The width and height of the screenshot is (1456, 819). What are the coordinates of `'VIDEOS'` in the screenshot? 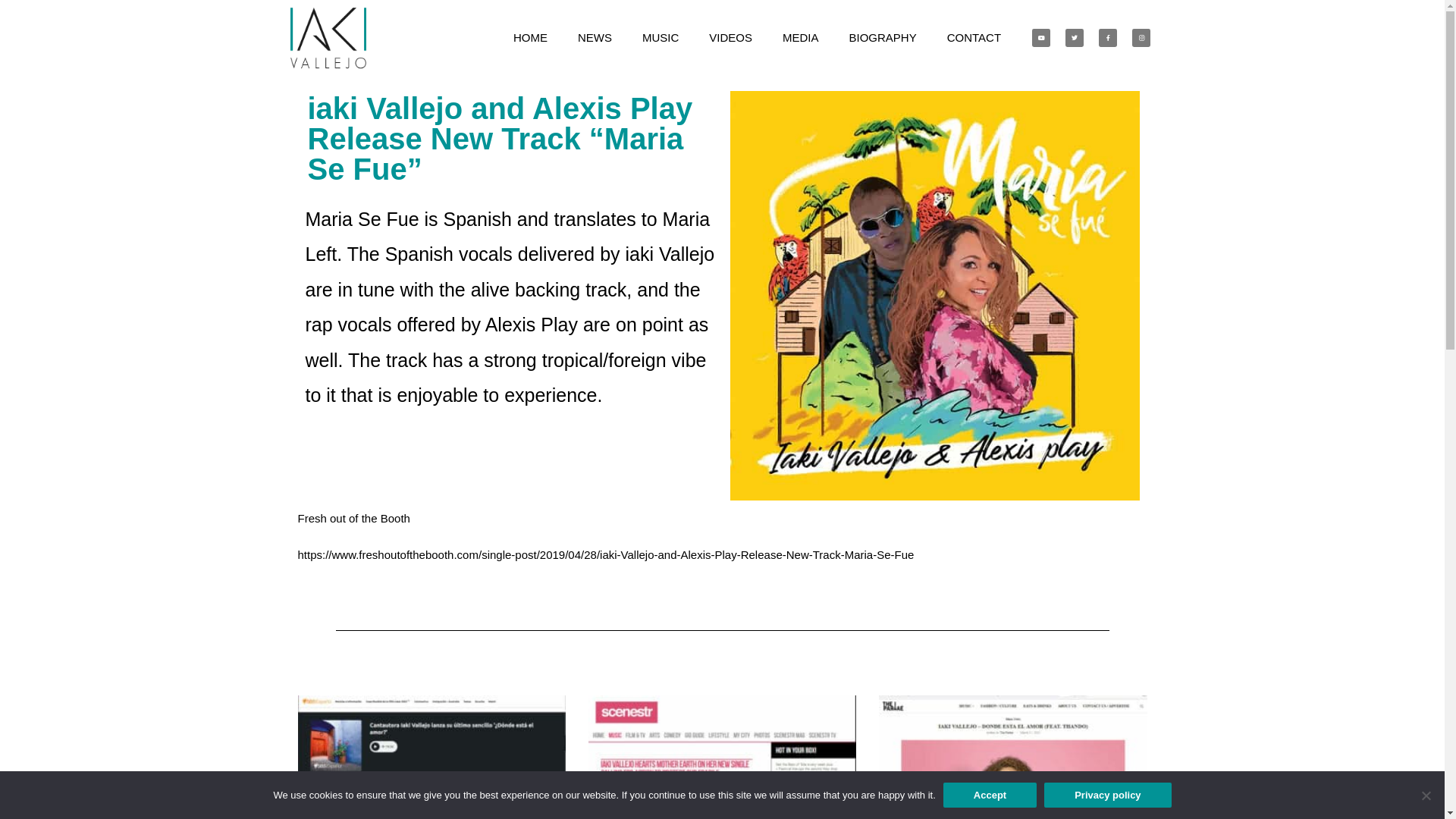 It's located at (730, 37).